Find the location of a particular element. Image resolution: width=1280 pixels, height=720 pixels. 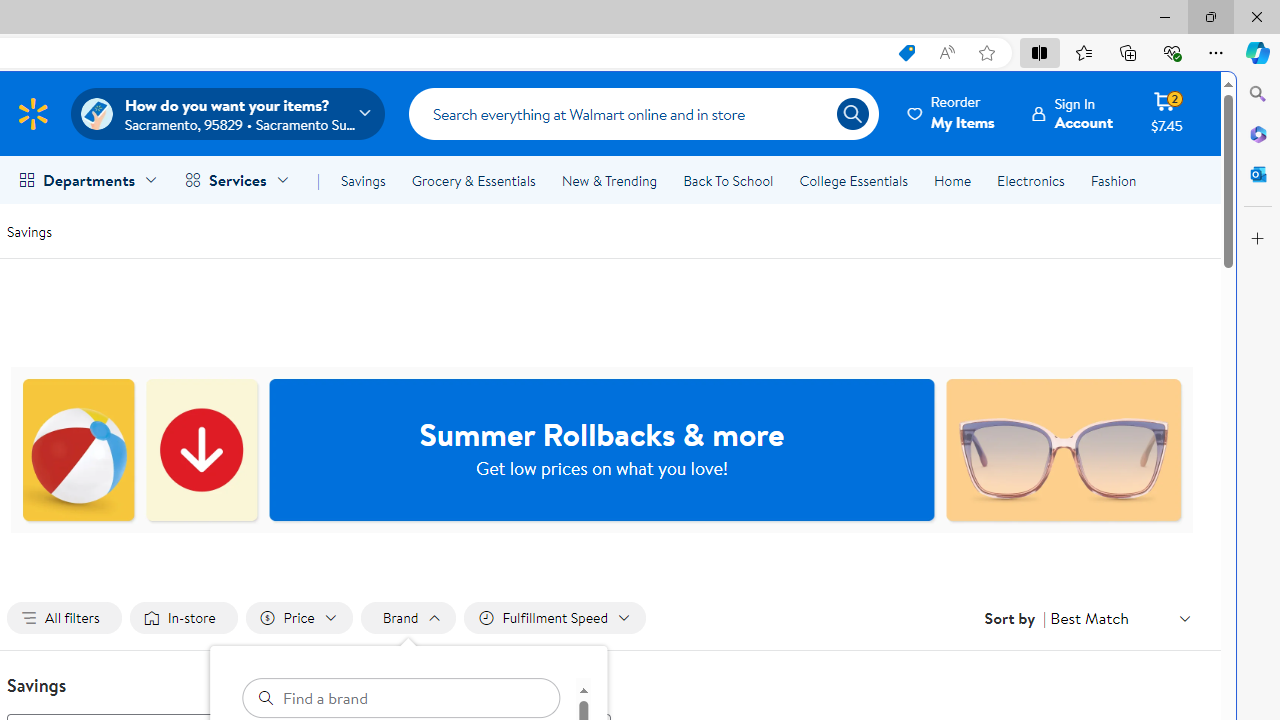

'Cart contains 2 items Total Amount $7.45' is located at coordinates (1166, 113).